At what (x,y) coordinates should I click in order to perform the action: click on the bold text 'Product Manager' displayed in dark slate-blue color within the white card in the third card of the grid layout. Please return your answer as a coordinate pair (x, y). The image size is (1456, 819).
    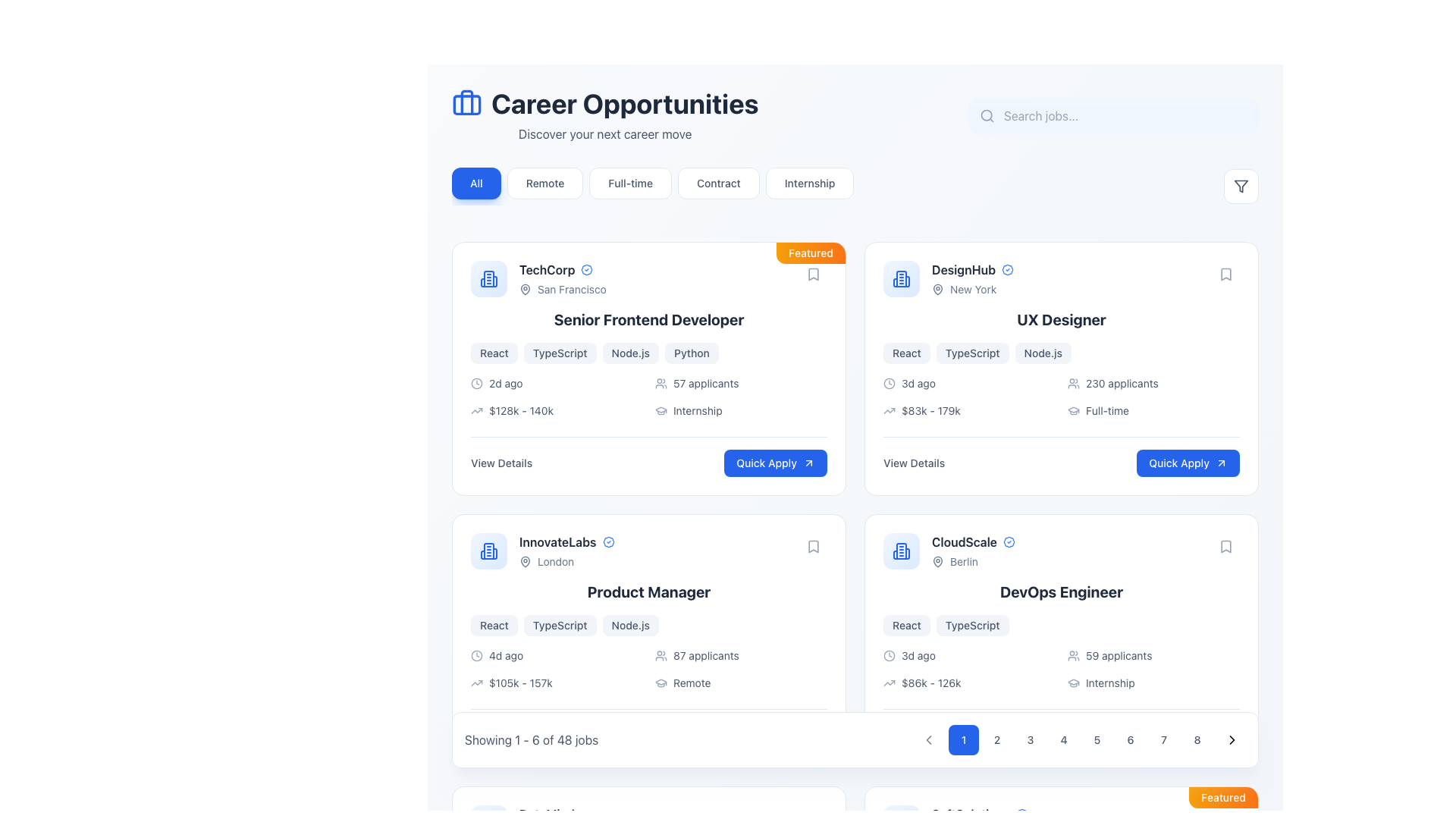
    Looking at the image, I should click on (648, 591).